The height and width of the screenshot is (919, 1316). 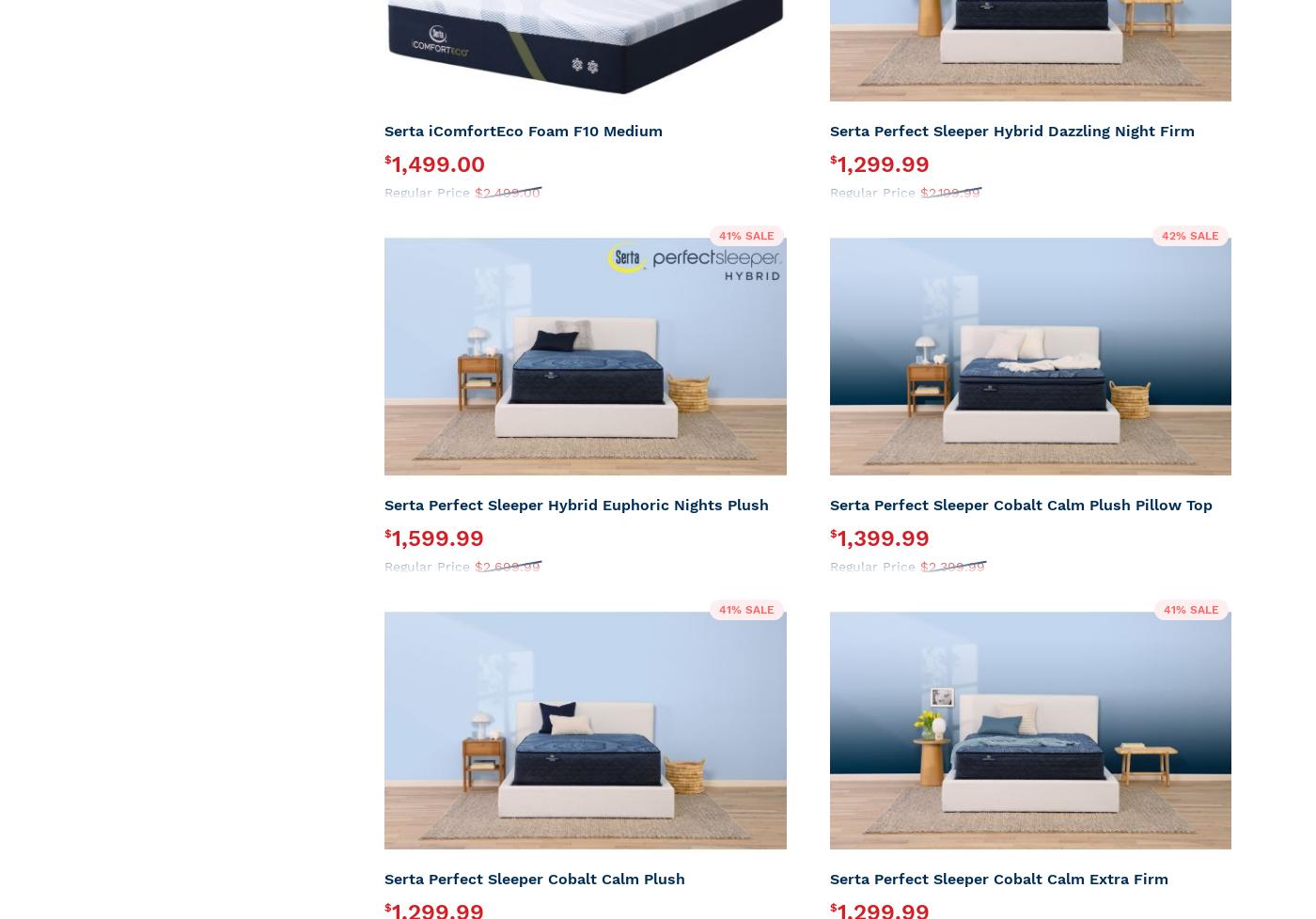 I want to click on '2,199.99', so click(x=953, y=192).